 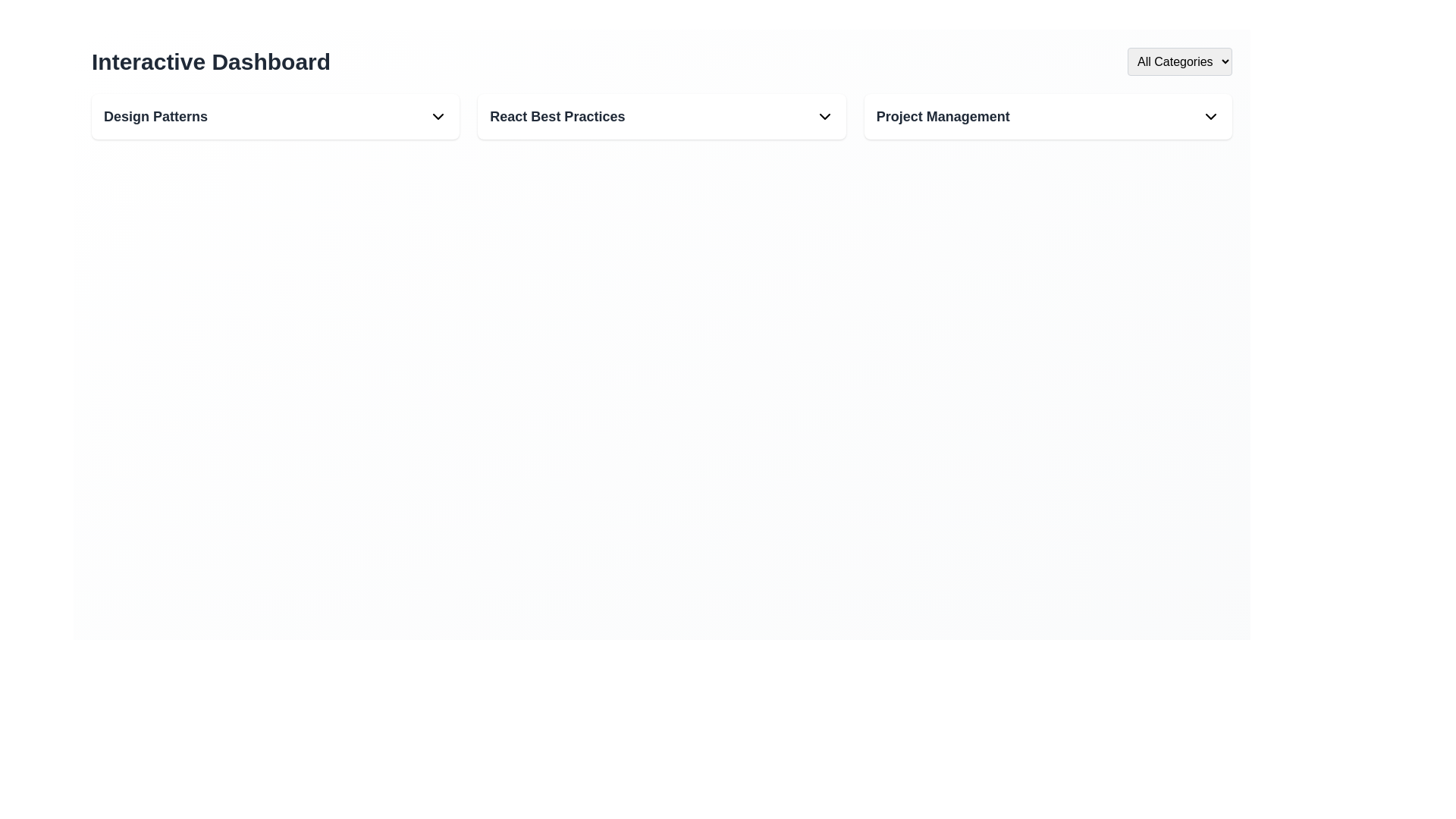 I want to click on the dropdown menu located at the top left of the interactive dashboard, so click(x=275, y=116).